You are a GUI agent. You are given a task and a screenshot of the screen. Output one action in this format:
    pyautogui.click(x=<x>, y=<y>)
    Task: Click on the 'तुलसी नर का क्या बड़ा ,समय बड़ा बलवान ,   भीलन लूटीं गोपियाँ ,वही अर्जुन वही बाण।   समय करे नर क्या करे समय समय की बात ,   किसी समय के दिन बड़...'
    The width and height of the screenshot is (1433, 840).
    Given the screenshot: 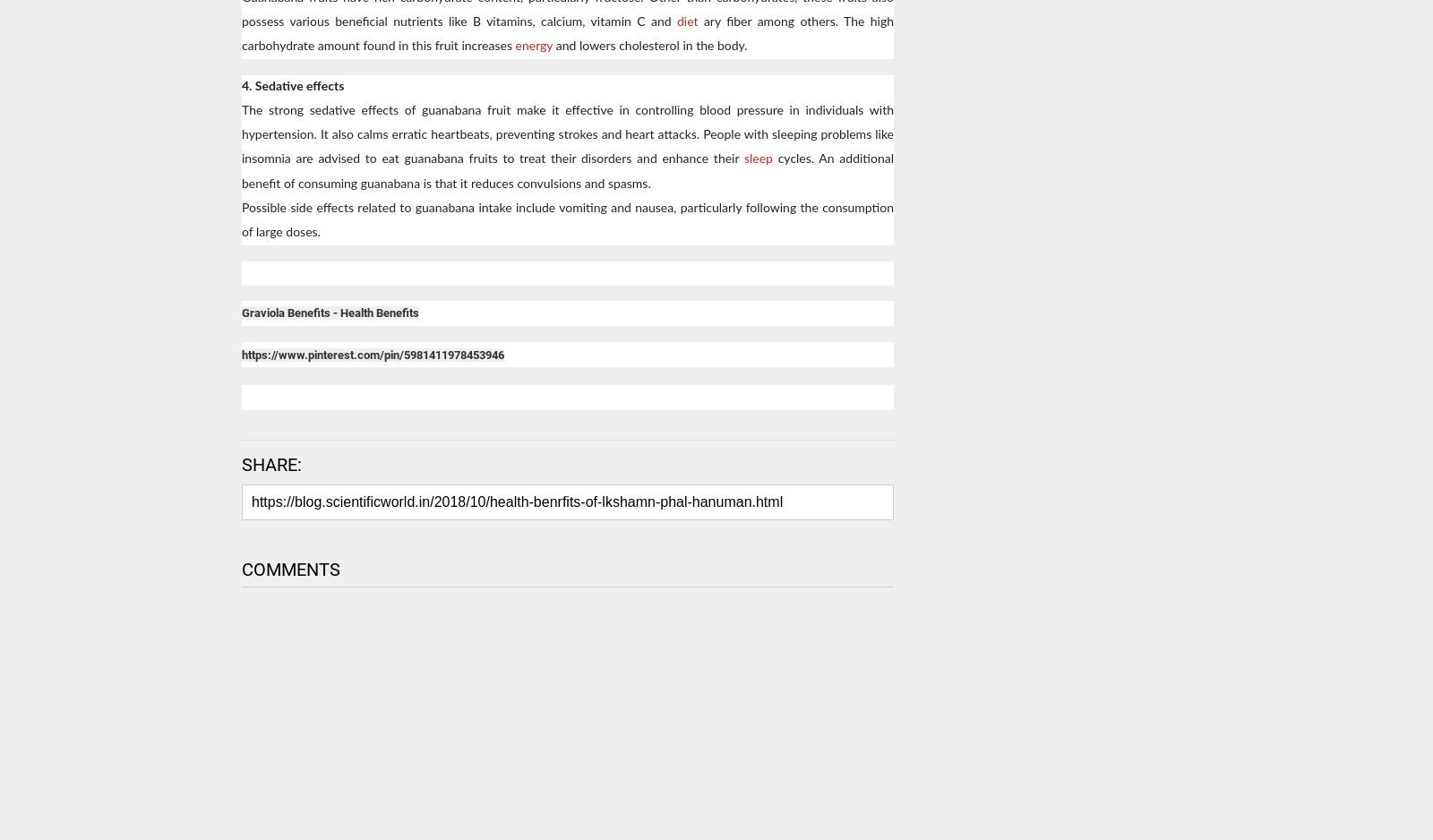 What is the action you would take?
    pyautogui.click(x=1069, y=681)
    